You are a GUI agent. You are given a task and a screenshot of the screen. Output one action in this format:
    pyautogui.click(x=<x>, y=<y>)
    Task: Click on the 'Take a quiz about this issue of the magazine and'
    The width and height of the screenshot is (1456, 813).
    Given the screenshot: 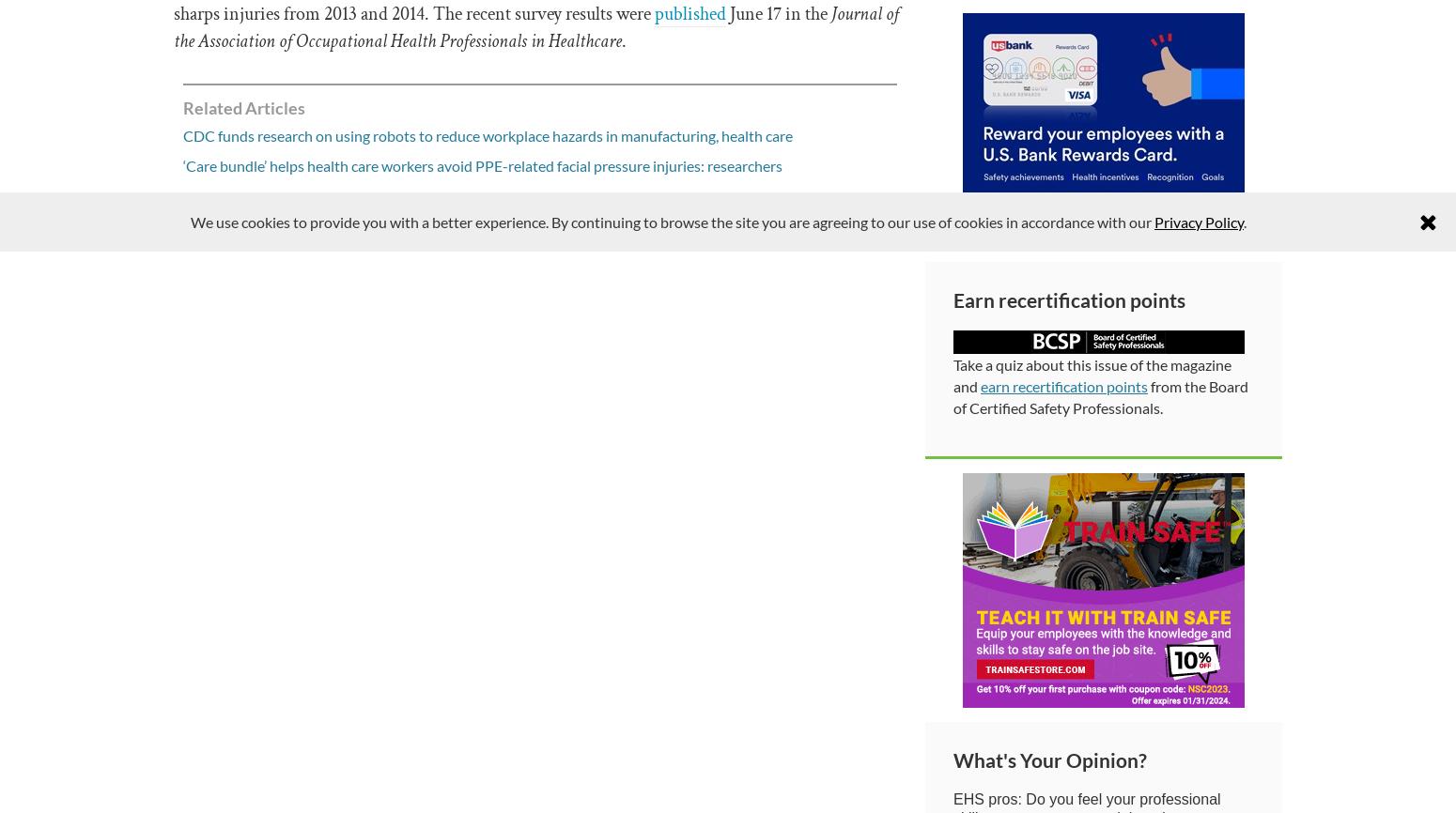 What is the action you would take?
    pyautogui.click(x=1091, y=374)
    